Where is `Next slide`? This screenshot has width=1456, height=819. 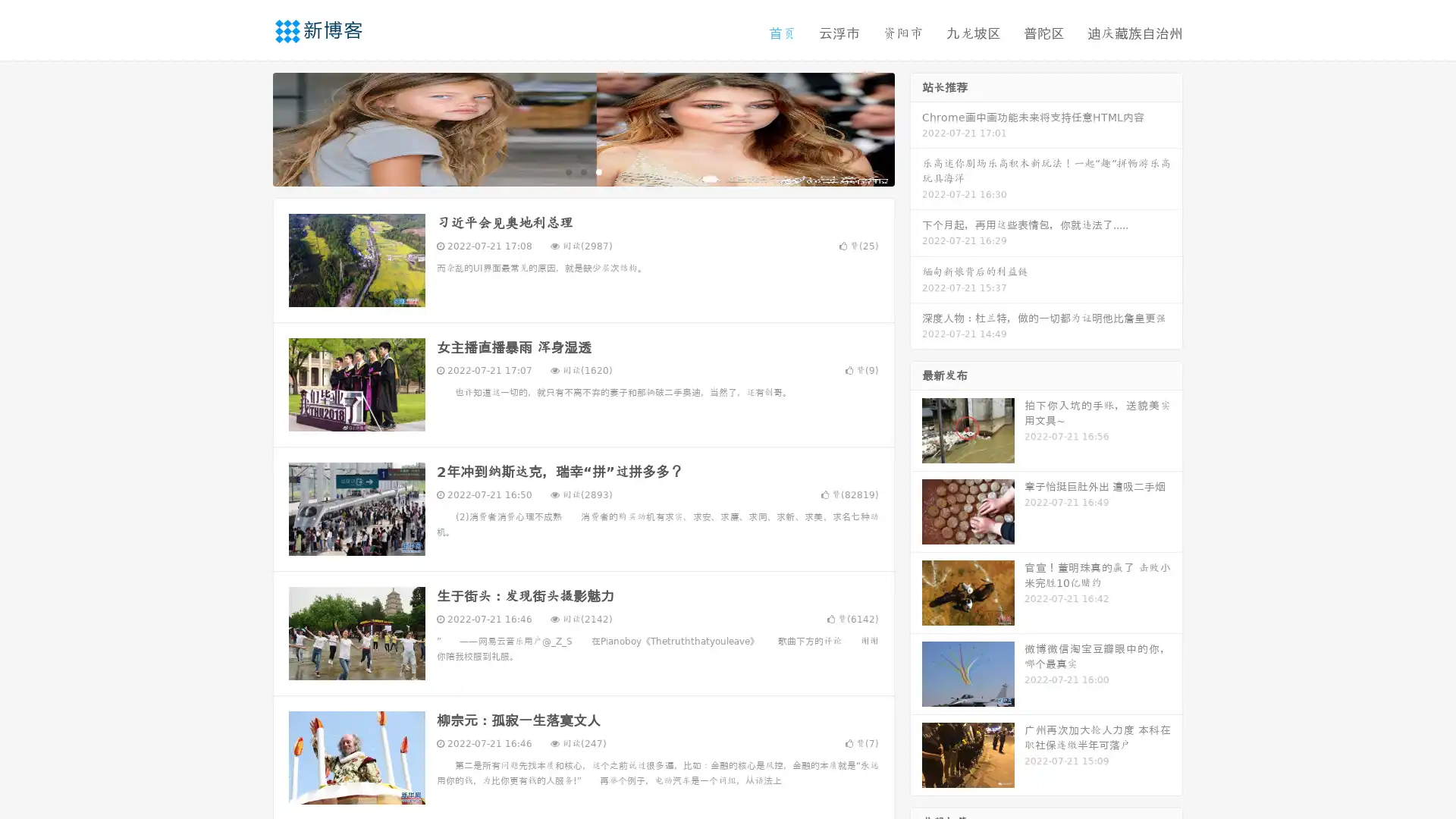
Next slide is located at coordinates (916, 127).